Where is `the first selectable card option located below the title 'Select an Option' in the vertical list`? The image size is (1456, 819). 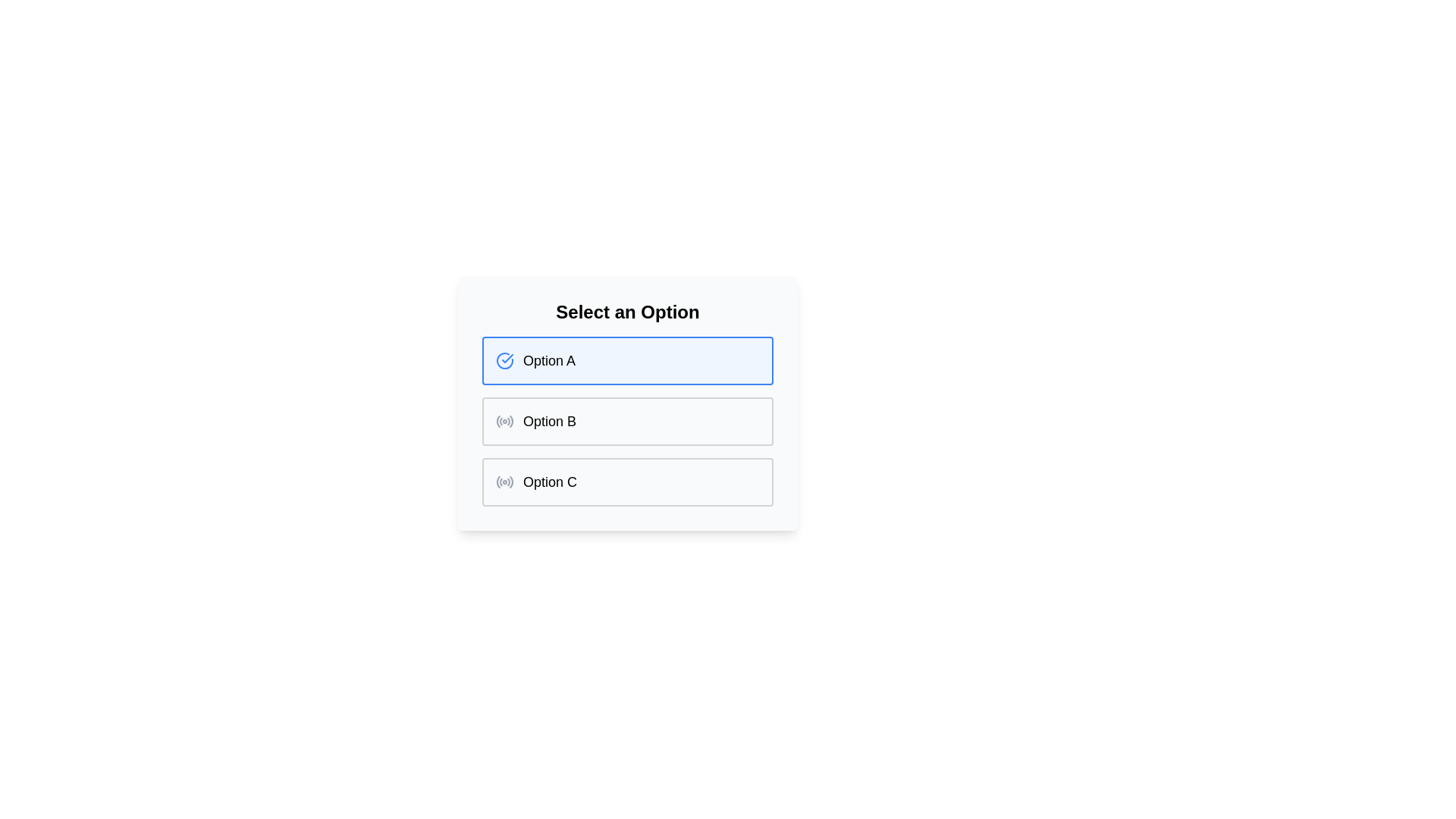
the first selectable card option located below the title 'Select an Option' in the vertical list is located at coordinates (628, 360).